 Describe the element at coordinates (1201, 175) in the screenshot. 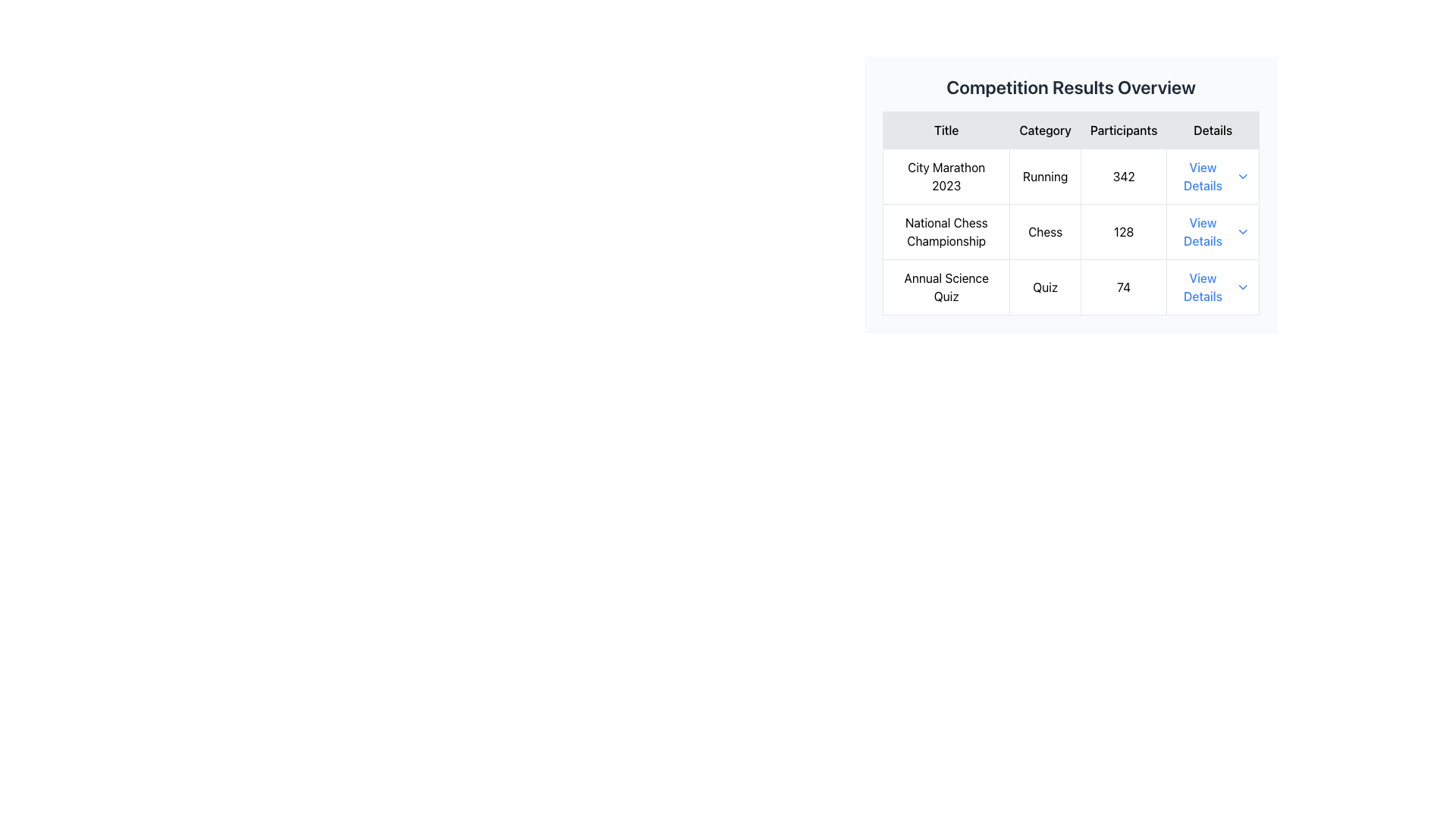

I see `the 'View Details' link in the 'Details' column of the 'City Marathon 2023' row within the 'Competition Results Overview' table` at that location.